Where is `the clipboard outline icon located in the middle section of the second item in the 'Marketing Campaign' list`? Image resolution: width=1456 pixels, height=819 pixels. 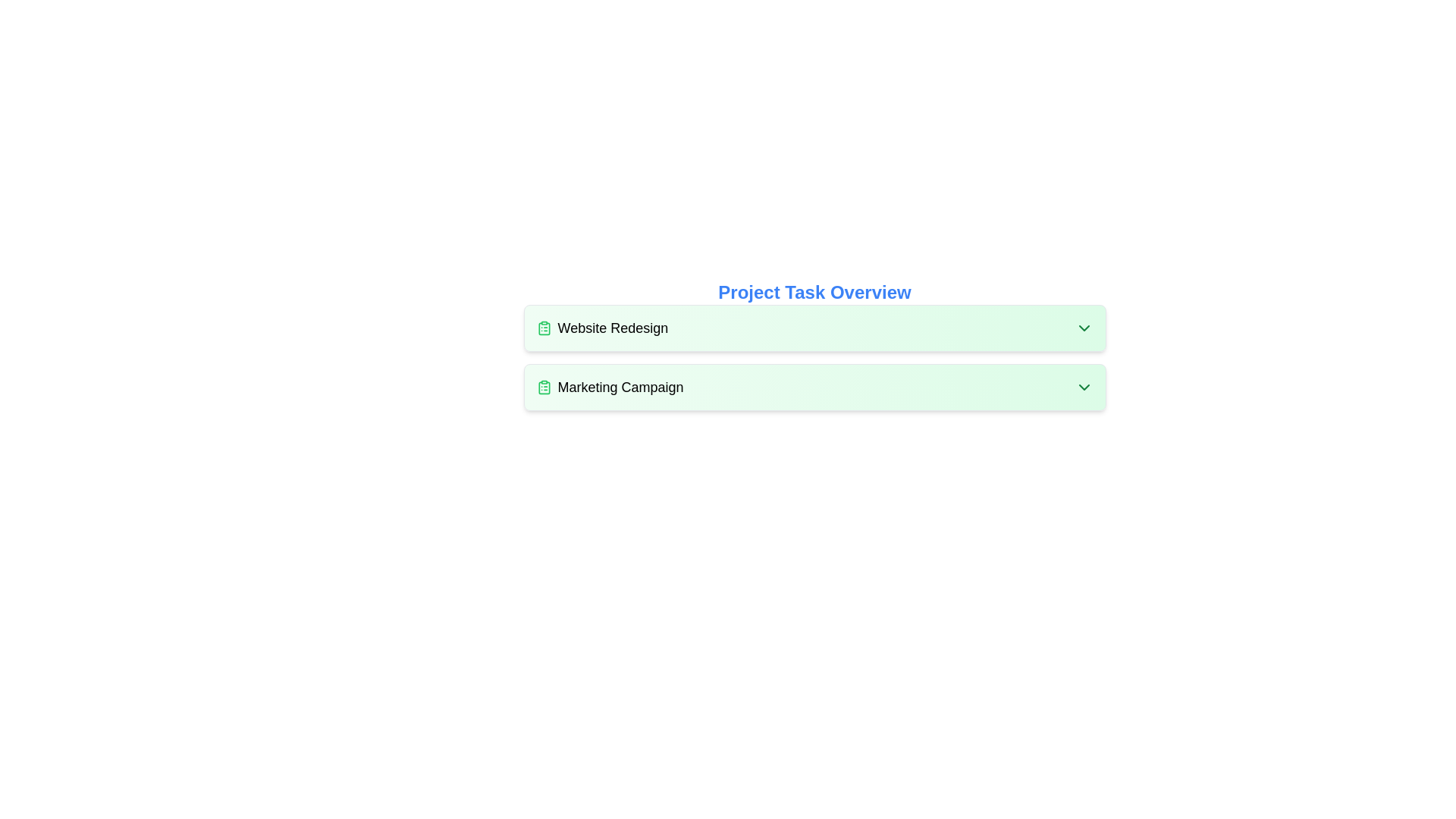
the clipboard outline icon located in the middle section of the second item in the 'Marketing Campaign' list is located at coordinates (544, 387).